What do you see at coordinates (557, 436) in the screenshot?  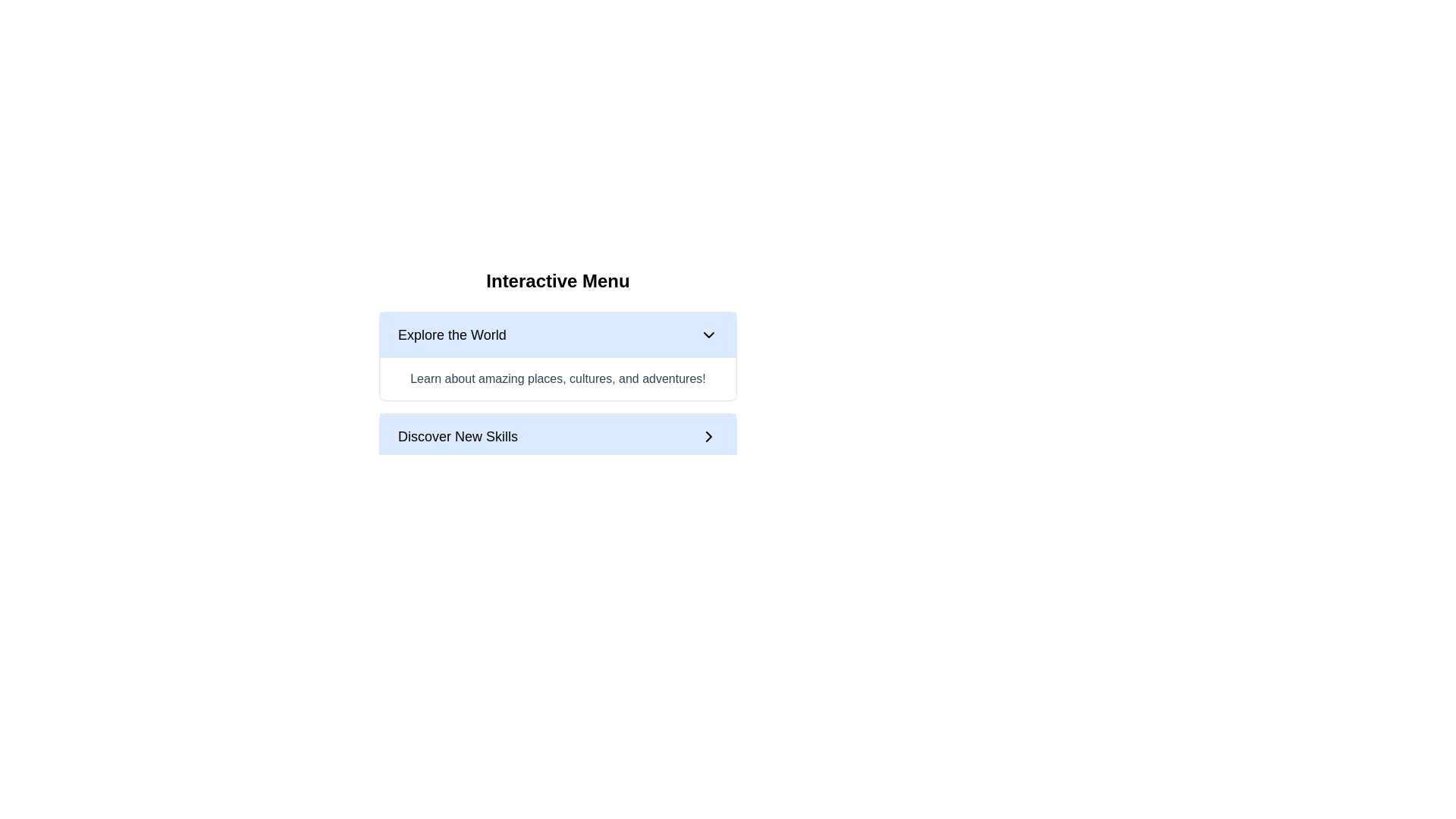 I see `the 'Discover New Skills' button, which is a blue rectangular button located below the 'Explore the World' section in the 'Interactive Menu'` at bounding box center [557, 436].